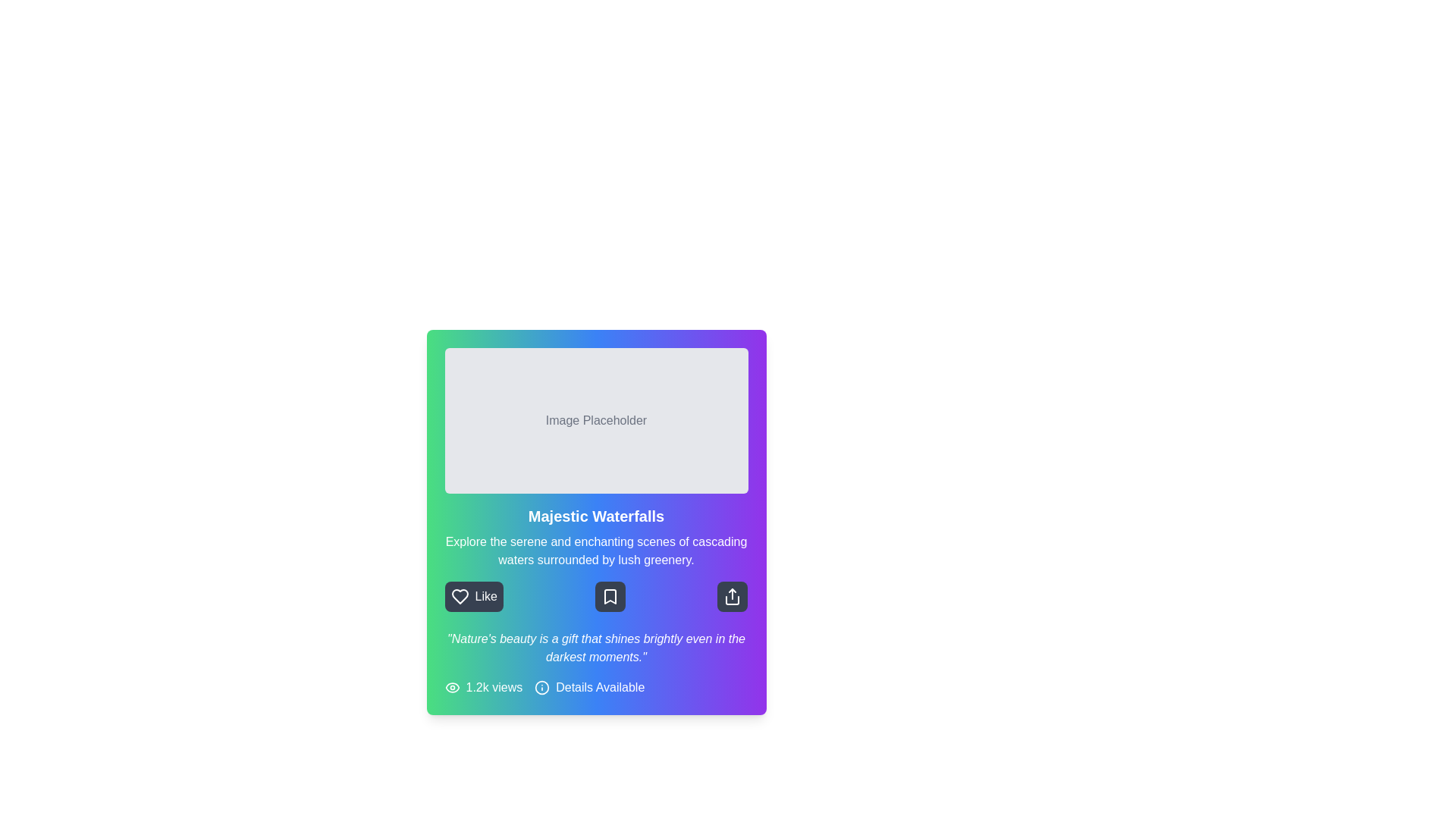 Image resolution: width=1456 pixels, height=819 pixels. I want to click on the bookmarking button located, so click(595, 595).